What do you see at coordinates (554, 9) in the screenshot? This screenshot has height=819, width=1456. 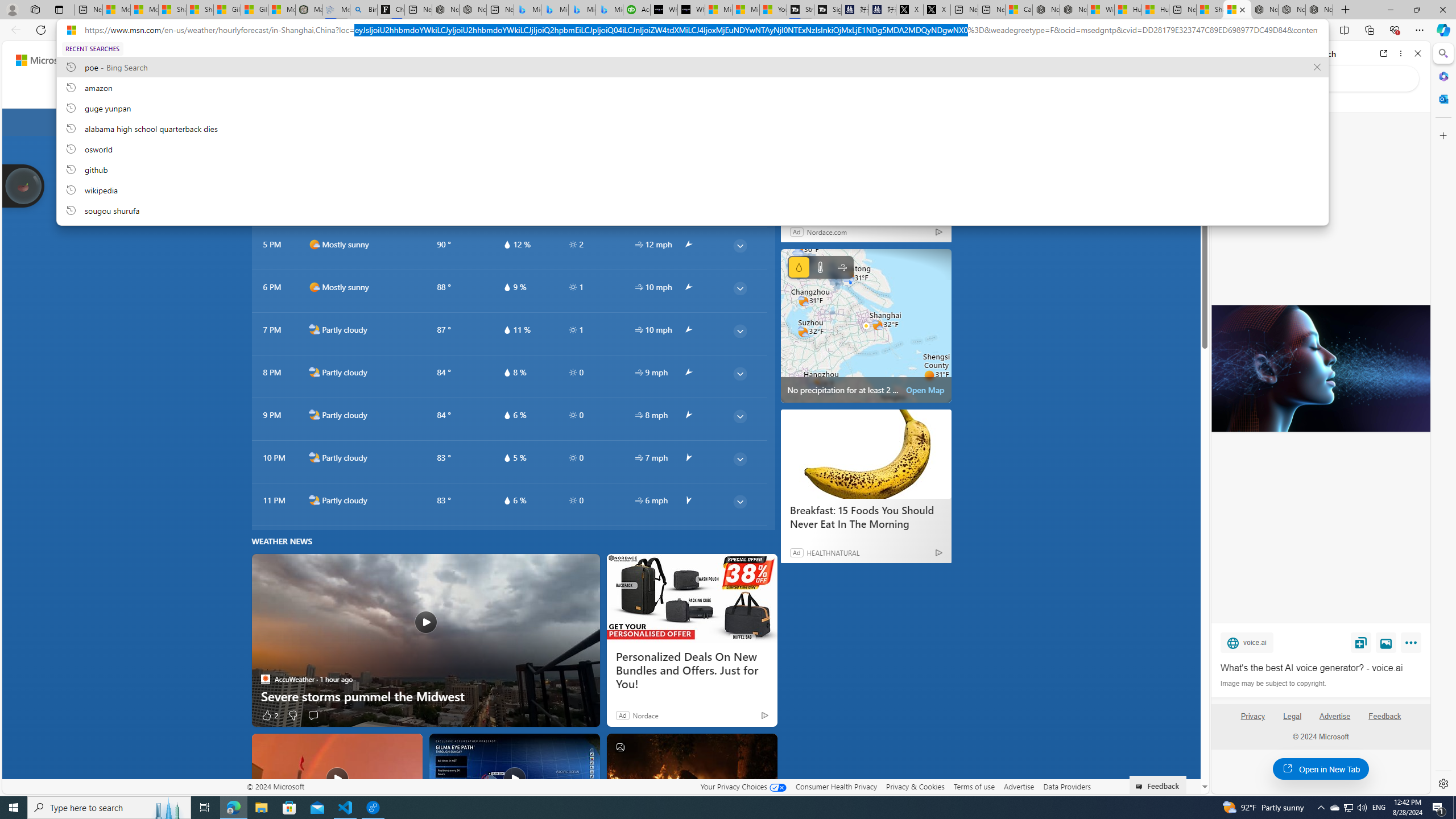 I see `'Microsoft Bing Travel - Stays in Bangkok, Bangkok, Thailand'` at bounding box center [554, 9].